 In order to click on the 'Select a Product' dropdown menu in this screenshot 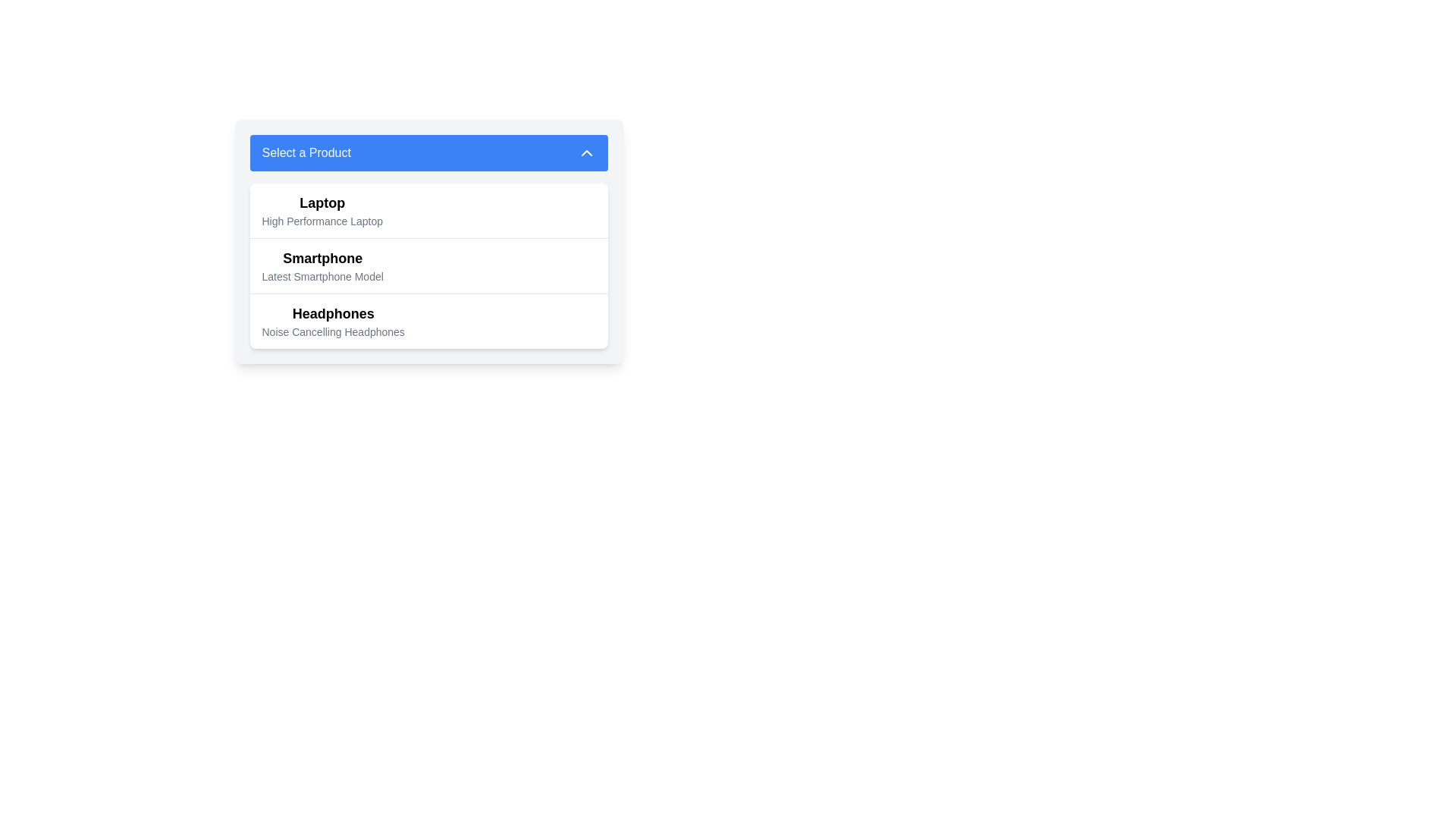, I will do `click(428, 241)`.